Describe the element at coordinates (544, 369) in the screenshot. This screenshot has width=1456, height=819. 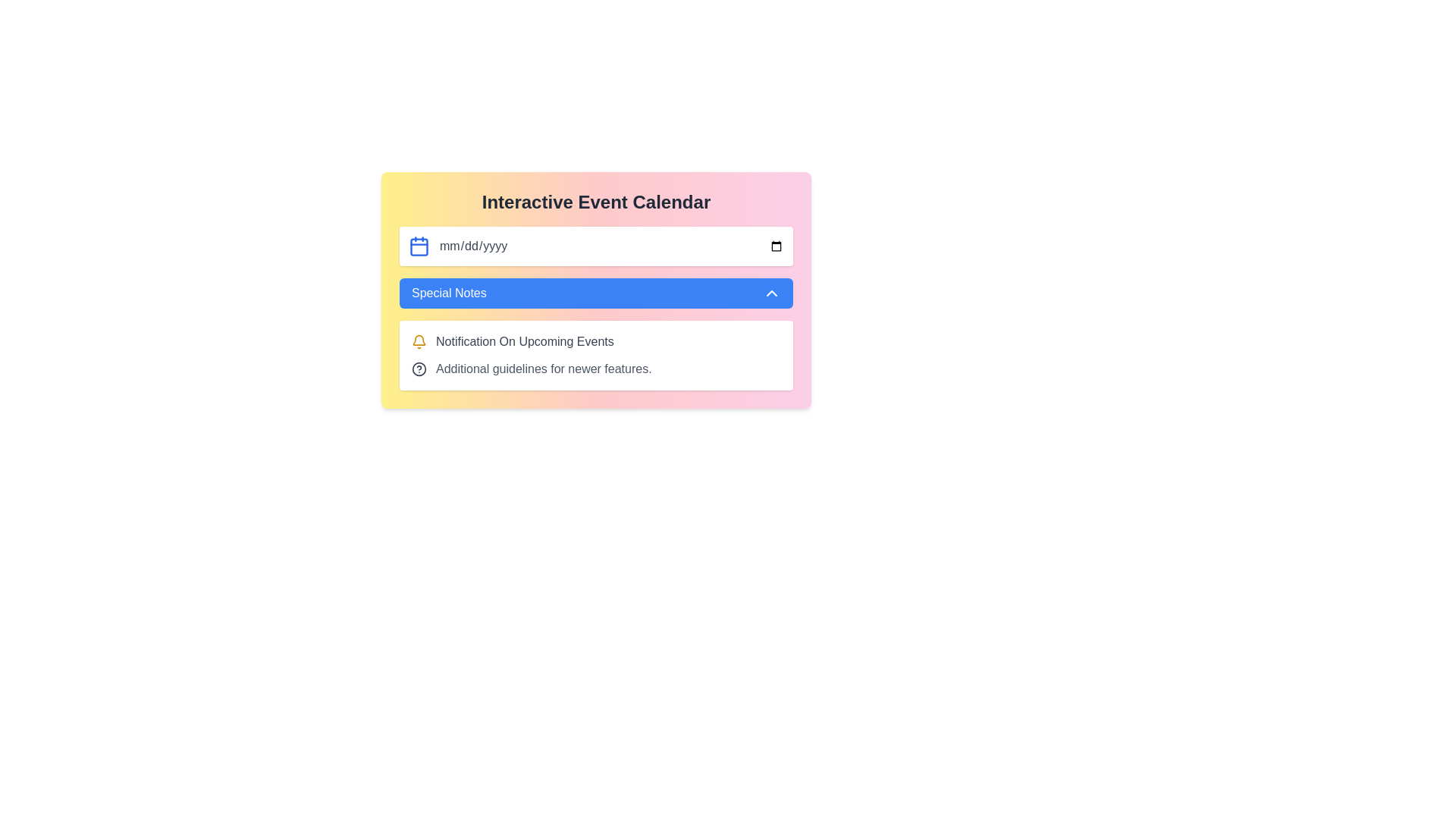
I see `the text label displaying 'Additional guidelines for newer features.' located below the 'Special Notes' toggle in the 'Interactive Event Calendar' card` at that location.